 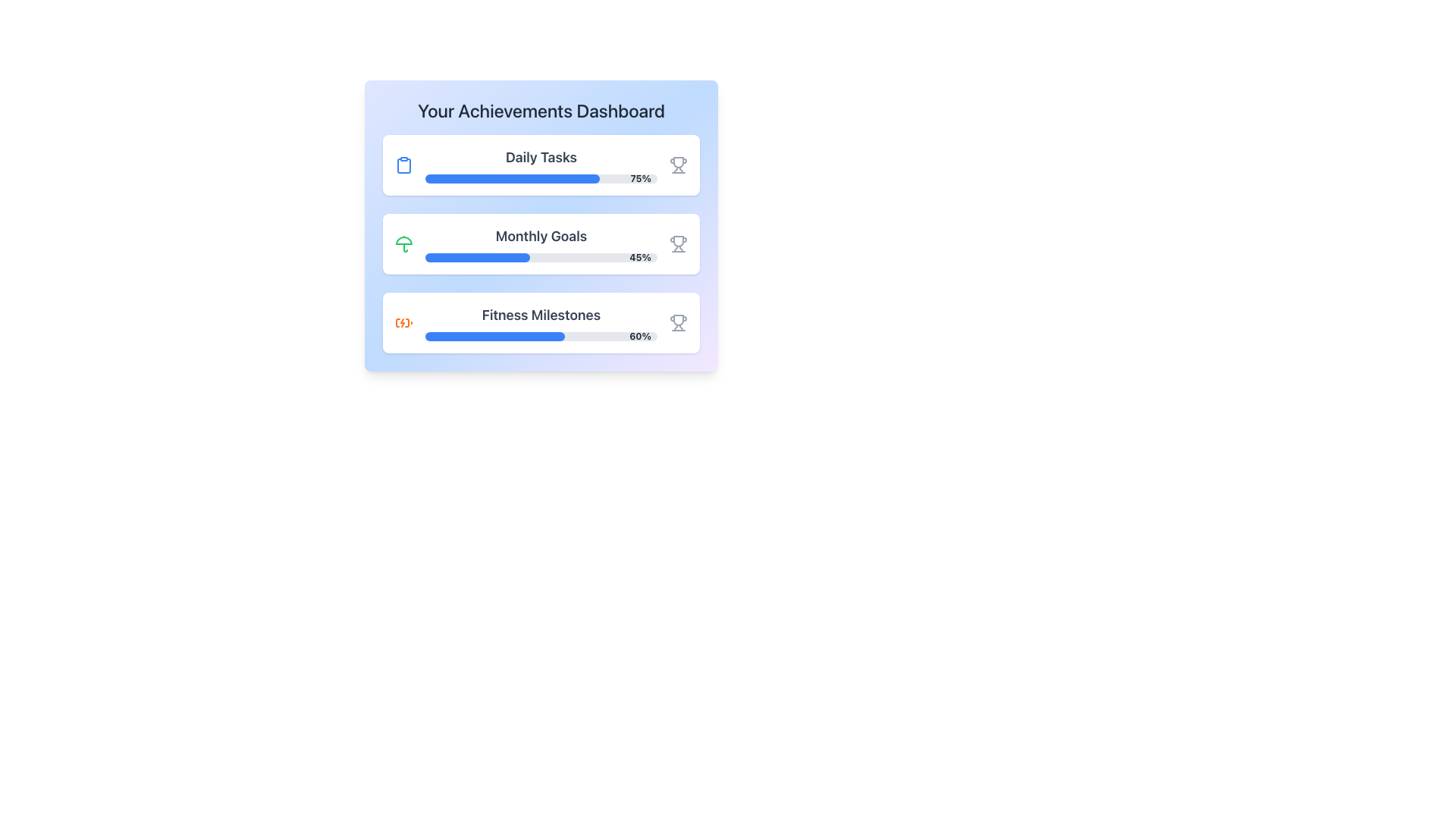 What do you see at coordinates (541, 322) in the screenshot?
I see `displayed progress from the fitness milestone progress tracker, which is represented by the progress bar and its accompanying label and percentage indicator` at bounding box center [541, 322].